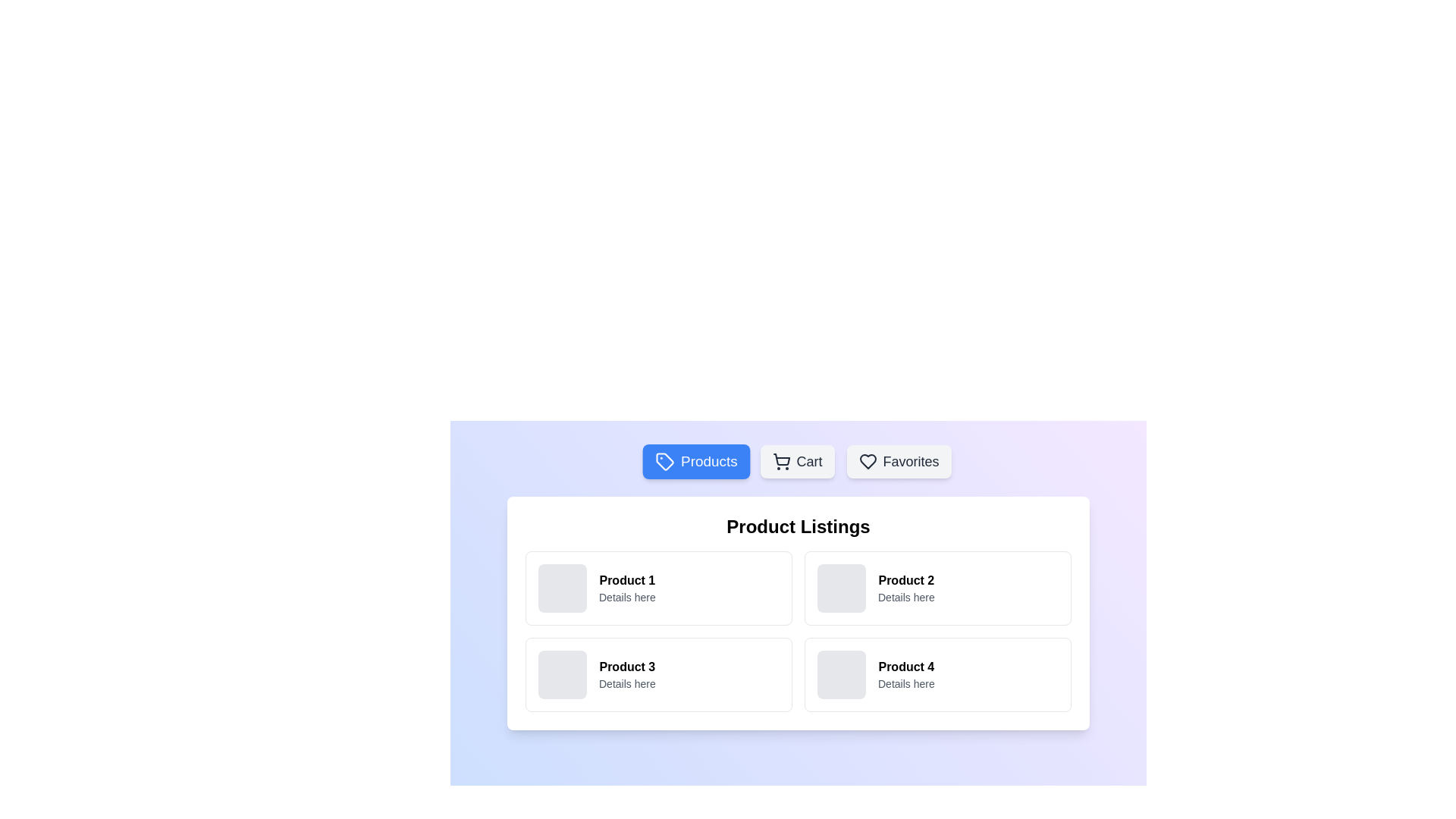 This screenshot has height=819, width=1456. Describe the element at coordinates (562, 674) in the screenshot. I see `the decorative UI component associated with 'Product 3', located at the bottom left of the product listings grid` at that location.